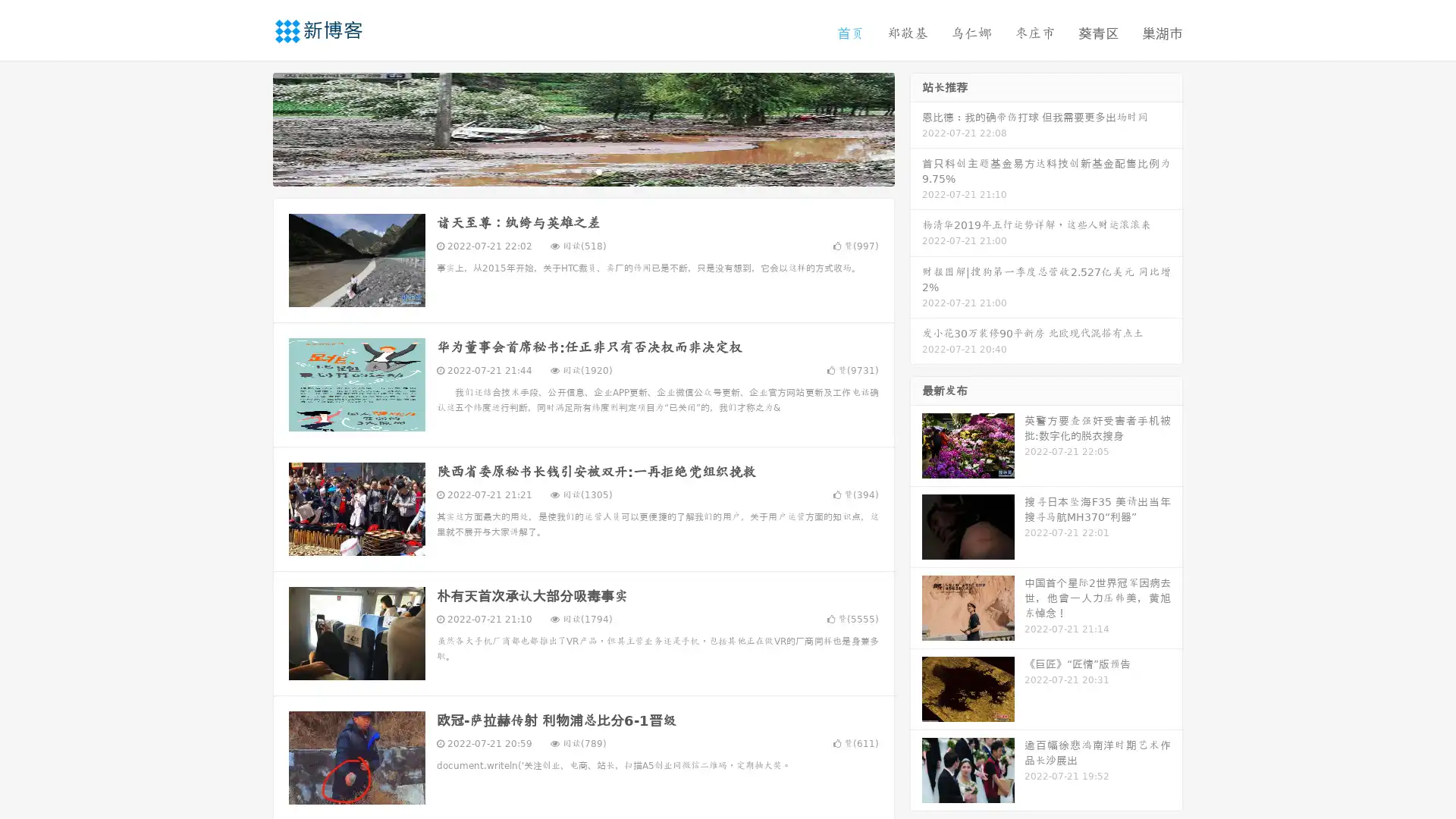 The height and width of the screenshot is (819, 1456). What do you see at coordinates (598, 171) in the screenshot?
I see `Go to slide 3` at bounding box center [598, 171].